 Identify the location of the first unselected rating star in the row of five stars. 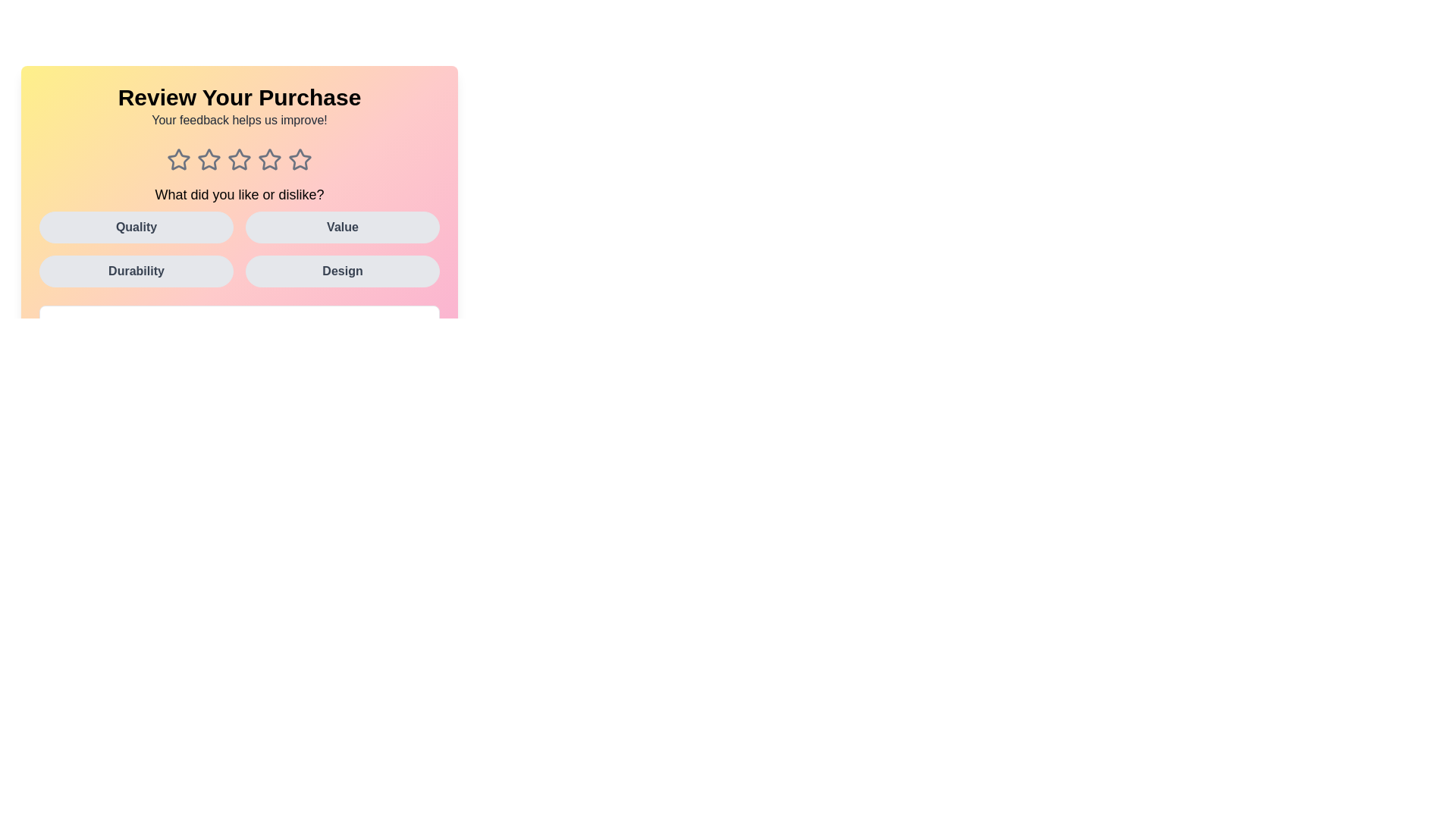
(178, 159).